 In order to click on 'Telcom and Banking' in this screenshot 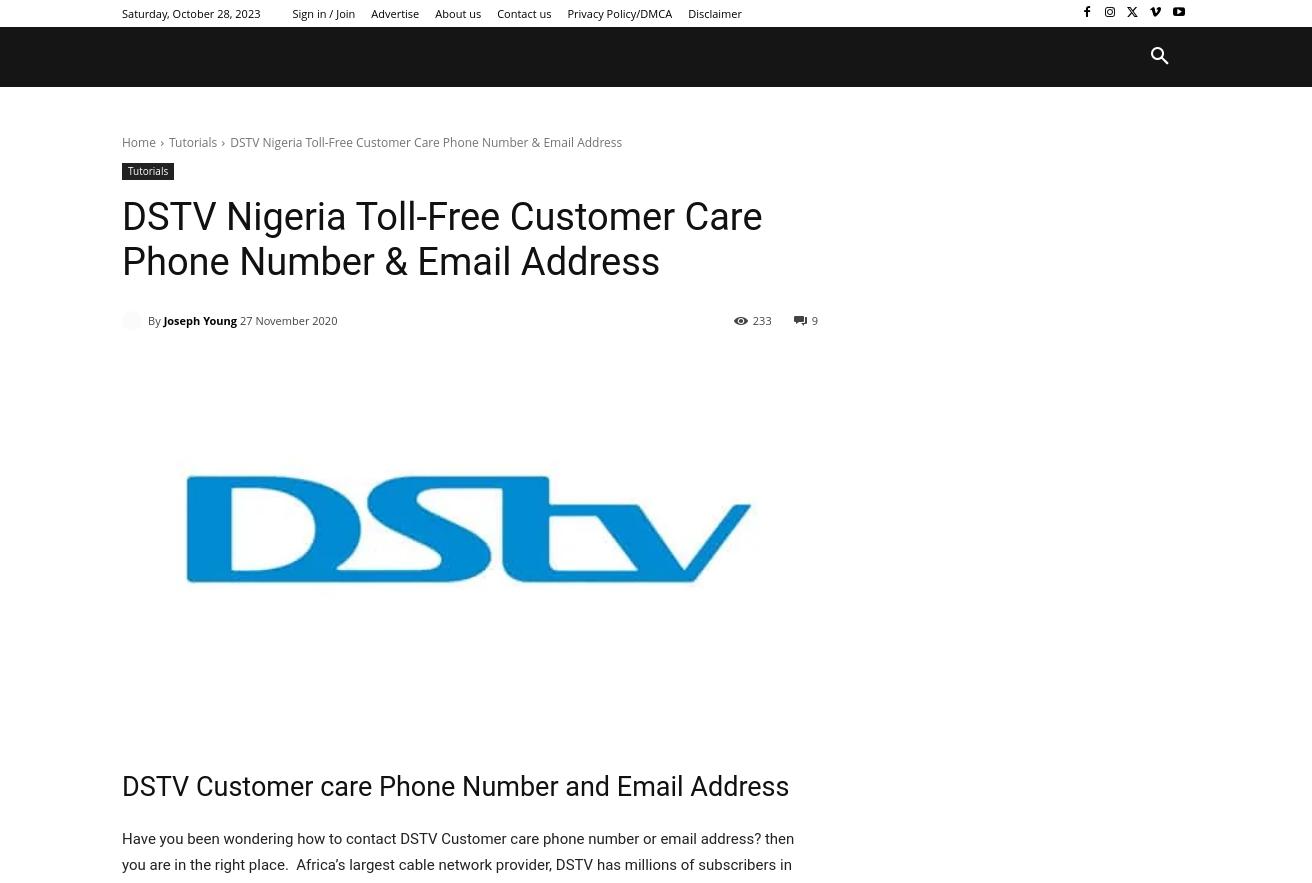, I will do `click(913, 54)`.